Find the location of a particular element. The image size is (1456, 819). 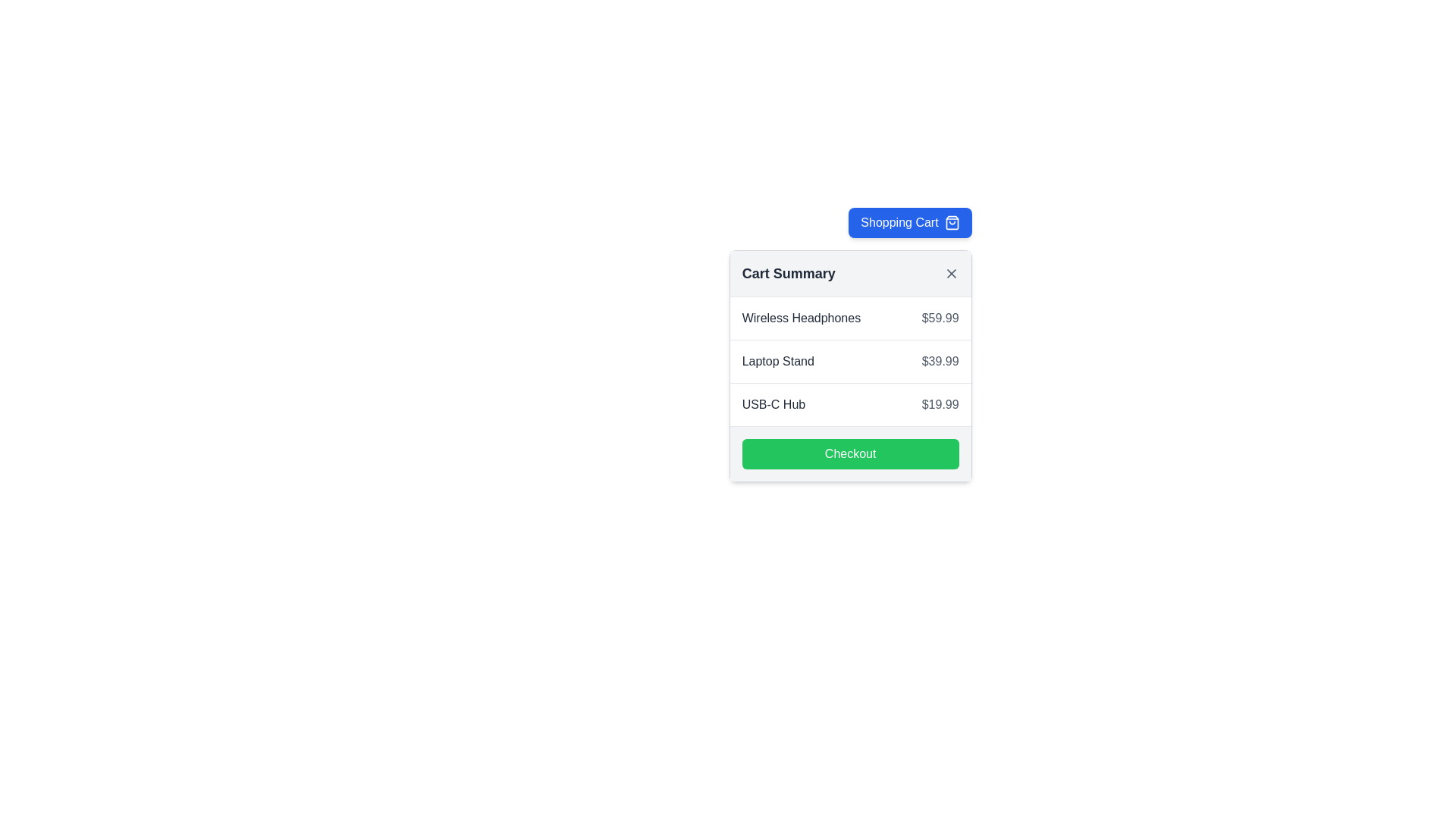

the 'Checkout' button, a green rectangular button with rounded corners located at the bottom of the 'Cart Summary' modal is located at coordinates (850, 453).